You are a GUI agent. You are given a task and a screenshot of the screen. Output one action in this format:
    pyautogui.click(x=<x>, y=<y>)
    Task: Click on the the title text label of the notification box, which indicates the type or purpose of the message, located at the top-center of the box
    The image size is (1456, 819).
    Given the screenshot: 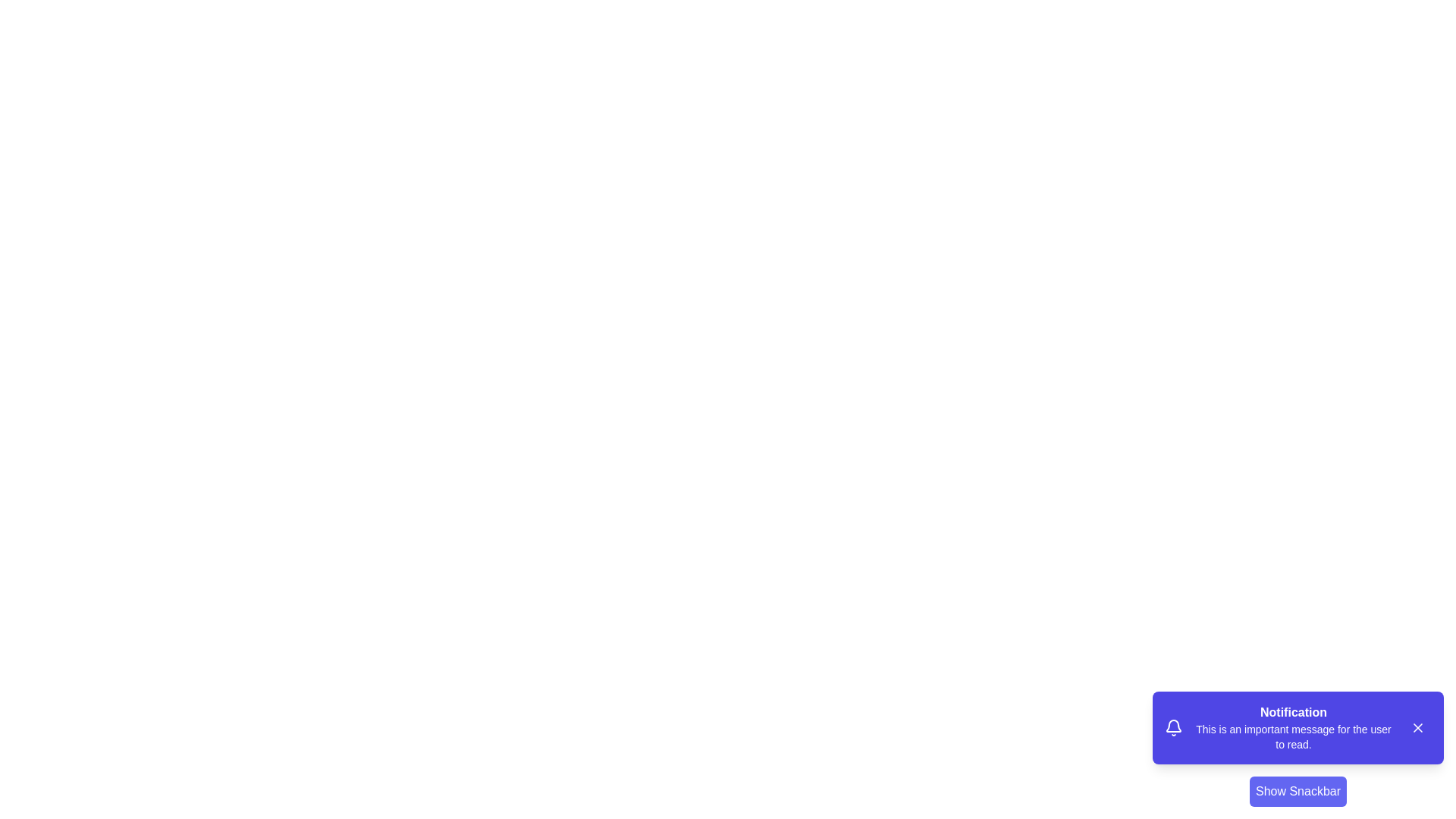 What is the action you would take?
    pyautogui.click(x=1292, y=713)
    